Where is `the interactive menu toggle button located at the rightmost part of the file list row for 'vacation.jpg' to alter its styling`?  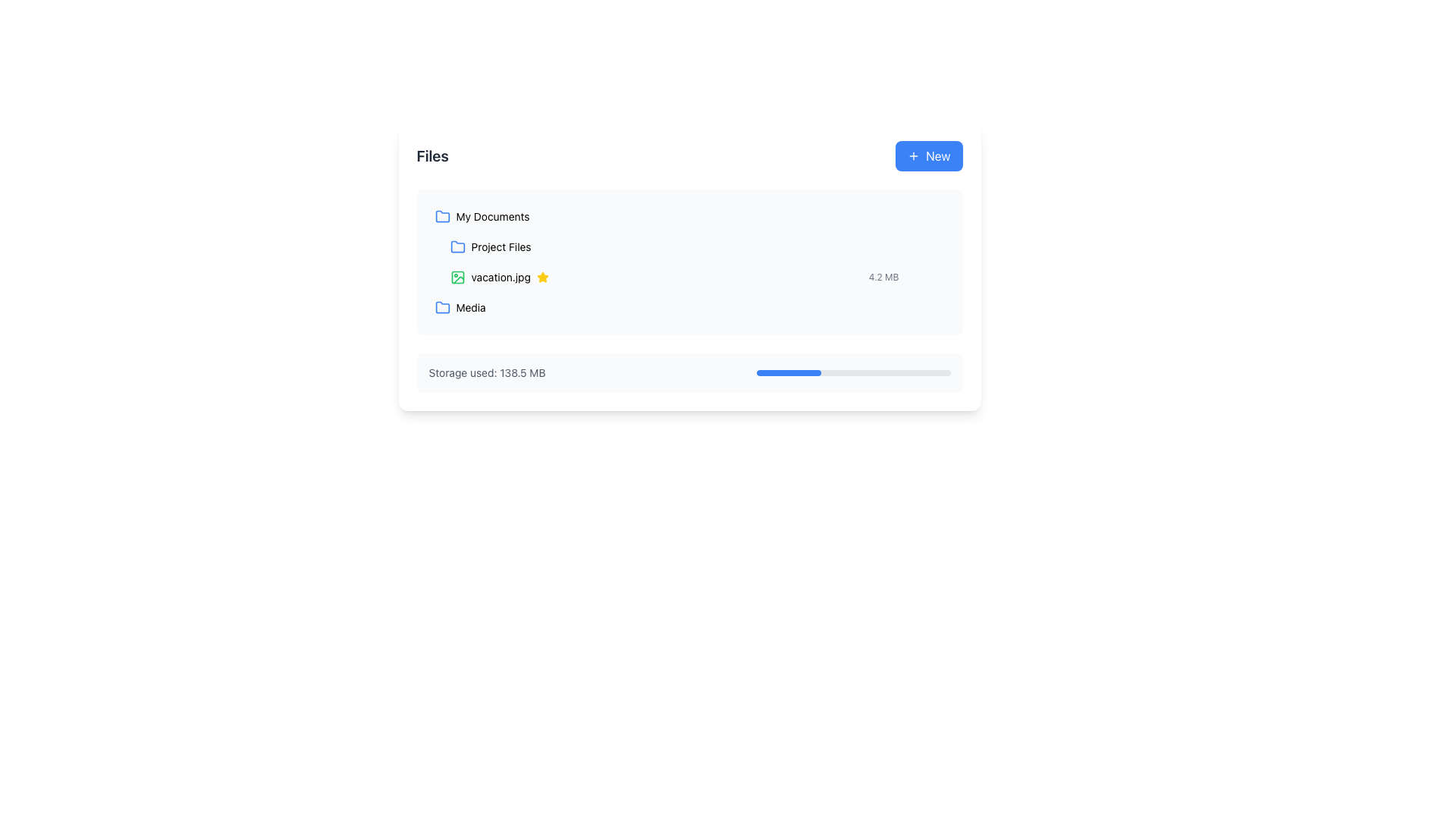 the interactive menu toggle button located at the rightmost part of the file list row for 'vacation.jpg' to alter its styling is located at coordinates (934, 246).